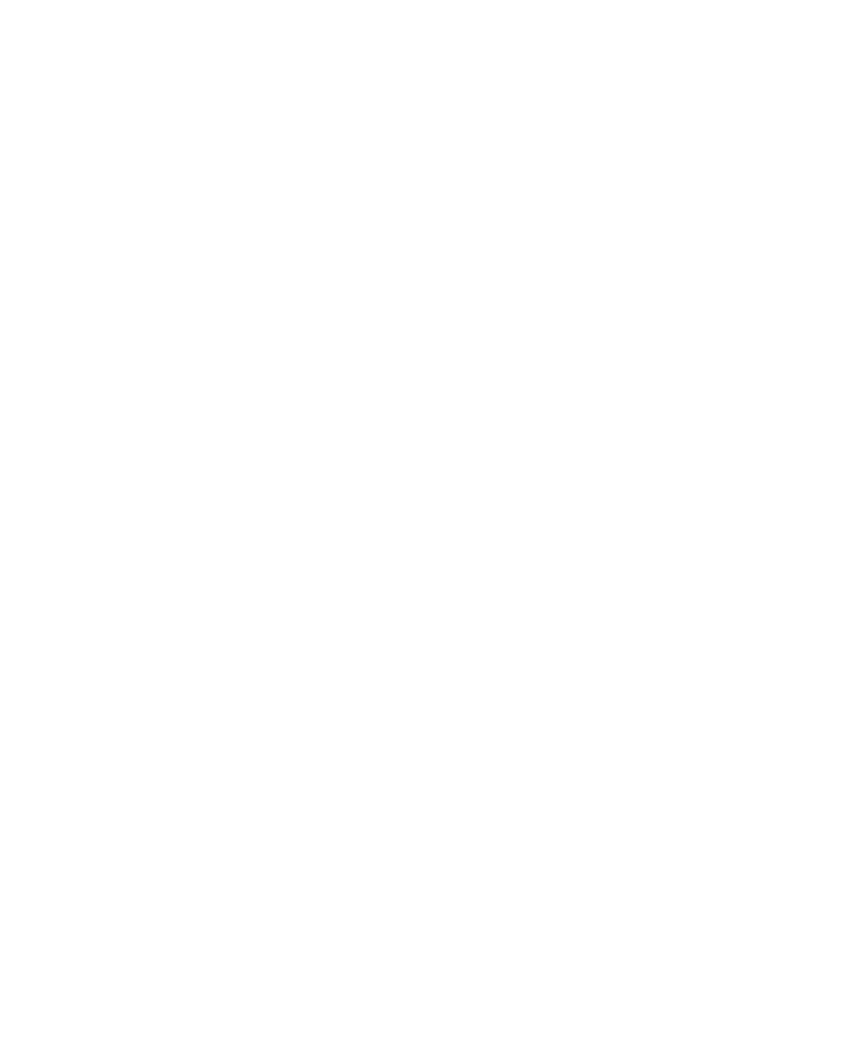 This screenshot has width=850, height=1039. What do you see at coordinates (332, 271) in the screenshot?
I see `'For media inquiries, please contact'` at bounding box center [332, 271].